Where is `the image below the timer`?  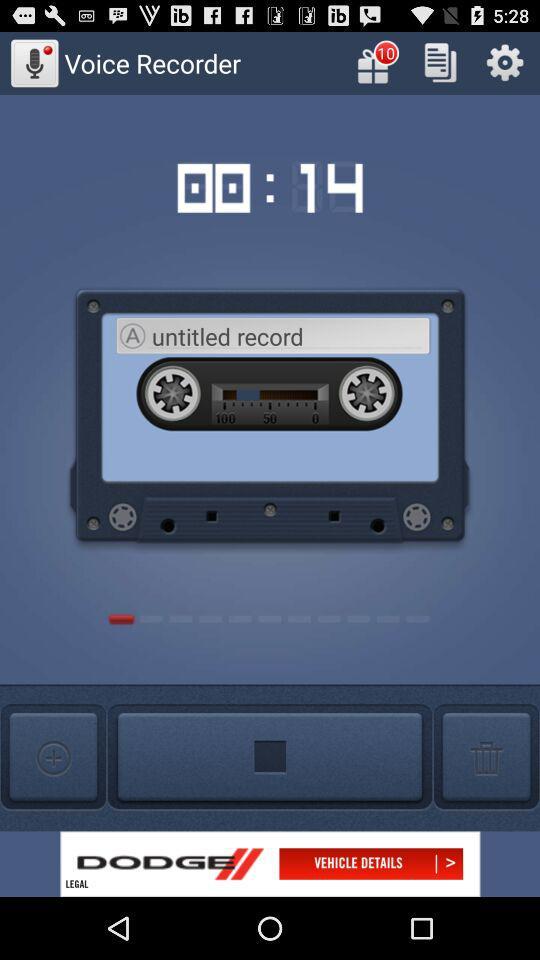 the image below the timer is located at coordinates (269, 410).